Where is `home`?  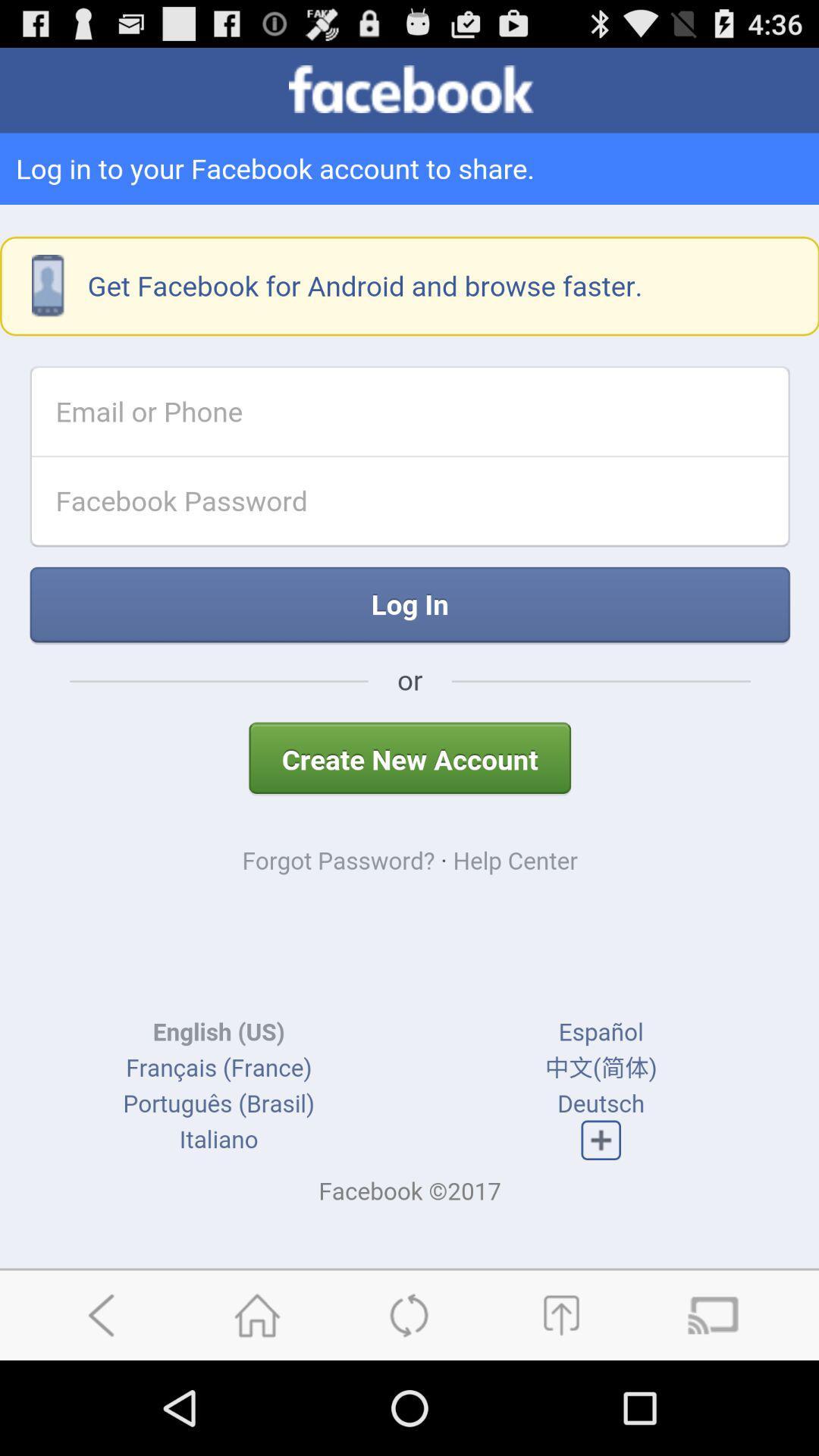
home is located at coordinates (256, 1314).